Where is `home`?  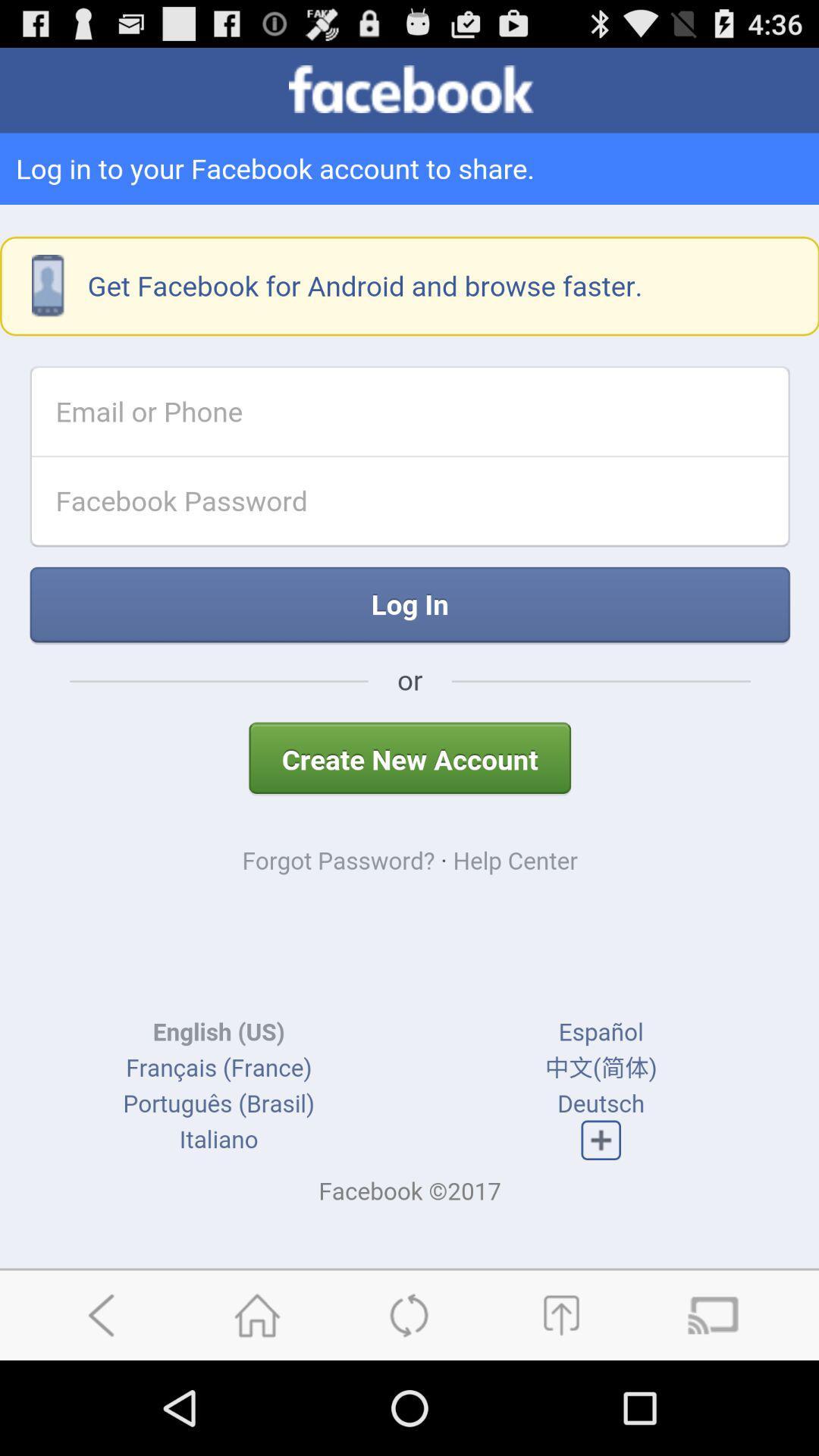
home is located at coordinates (256, 1314).